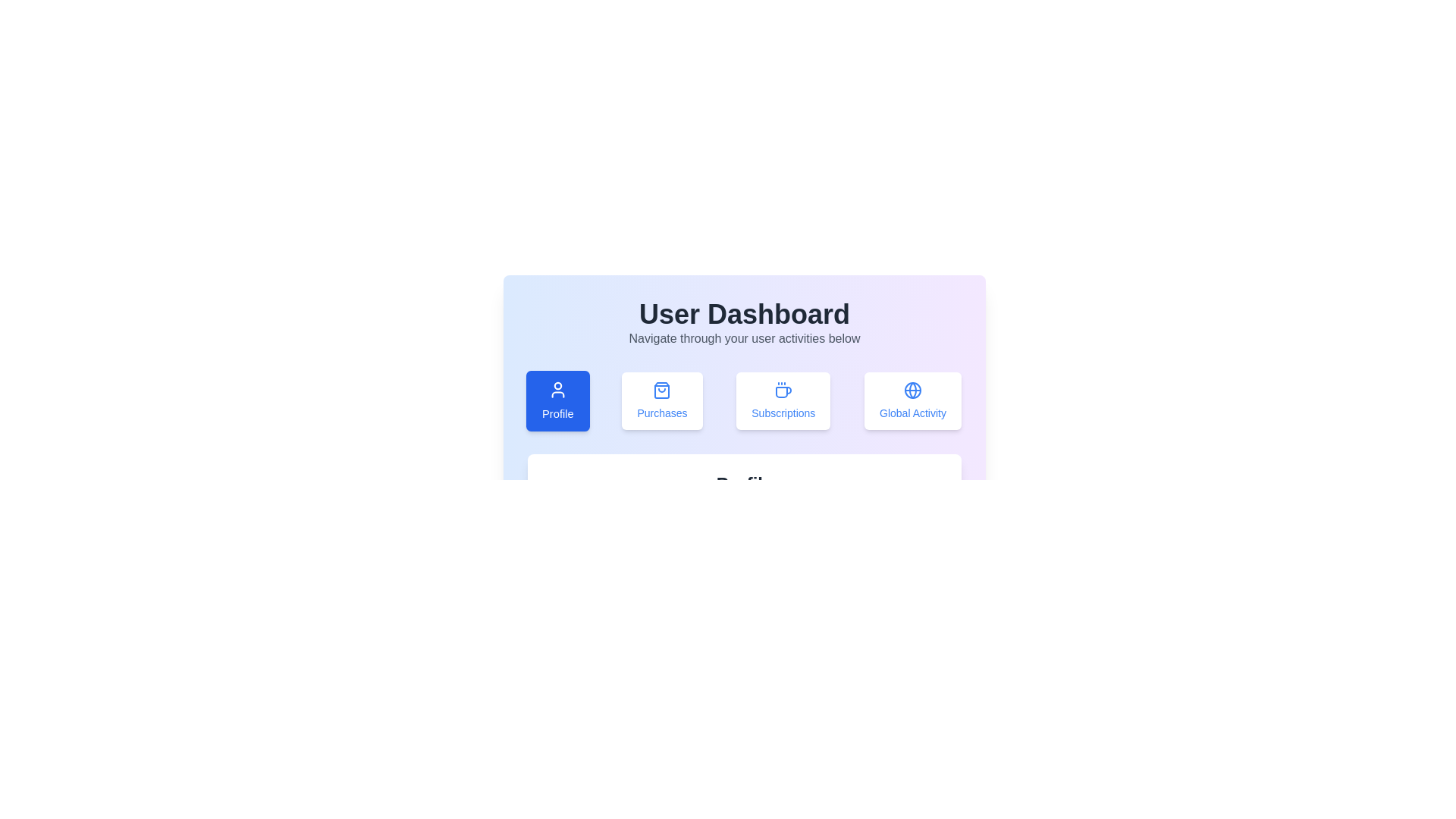 This screenshot has height=819, width=1456. Describe the element at coordinates (557, 400) in the screenshot. I see `the 'Profile' tab to activate it` at that location.